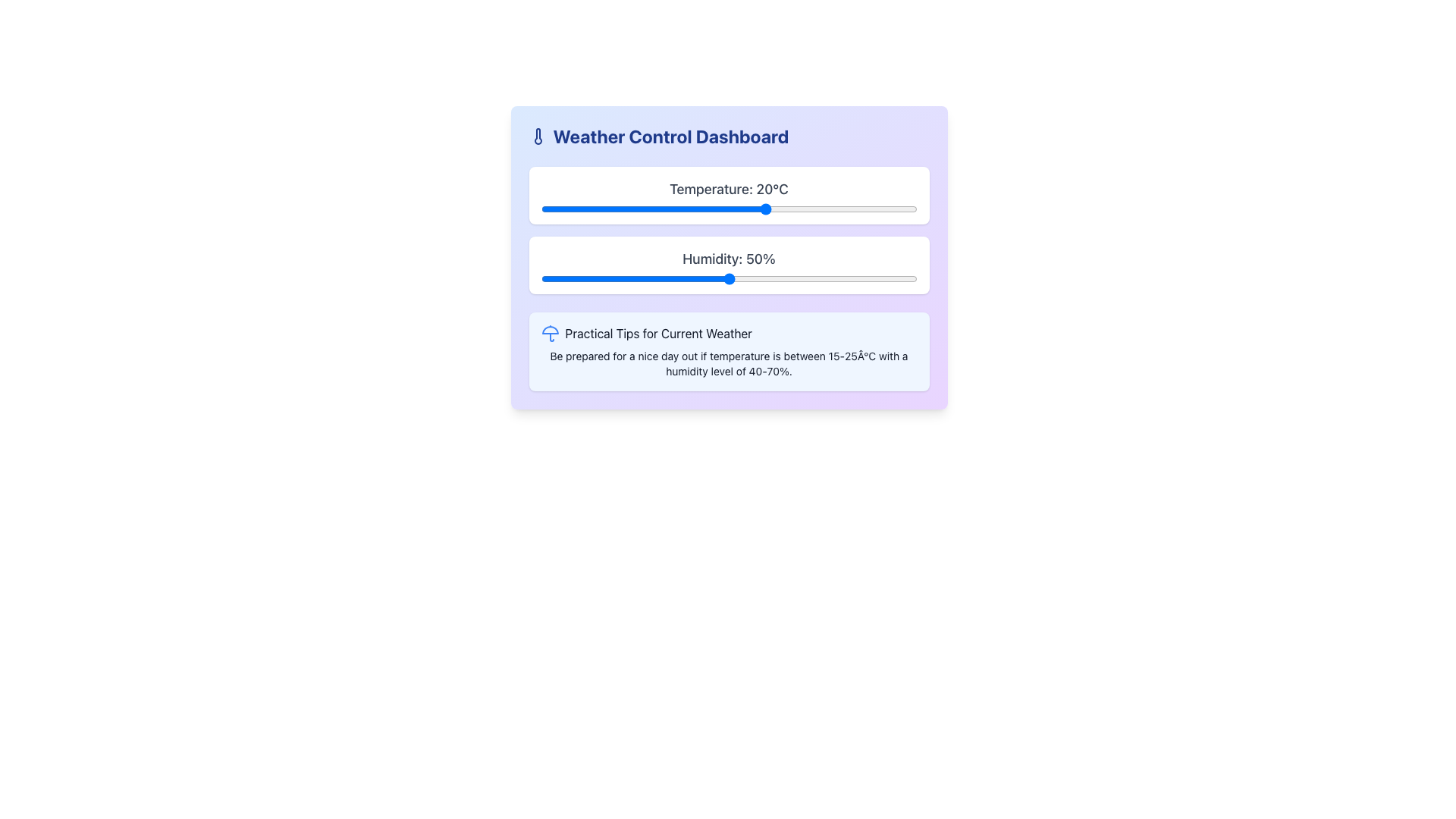  Describe the element at coordinates (729, 278) in the screenshot. I see `the slider bar located beneath the 'Humidity: 50%' label in the second card of the 'Weather Control Dashboard' to set a specific humidity value` at that location.